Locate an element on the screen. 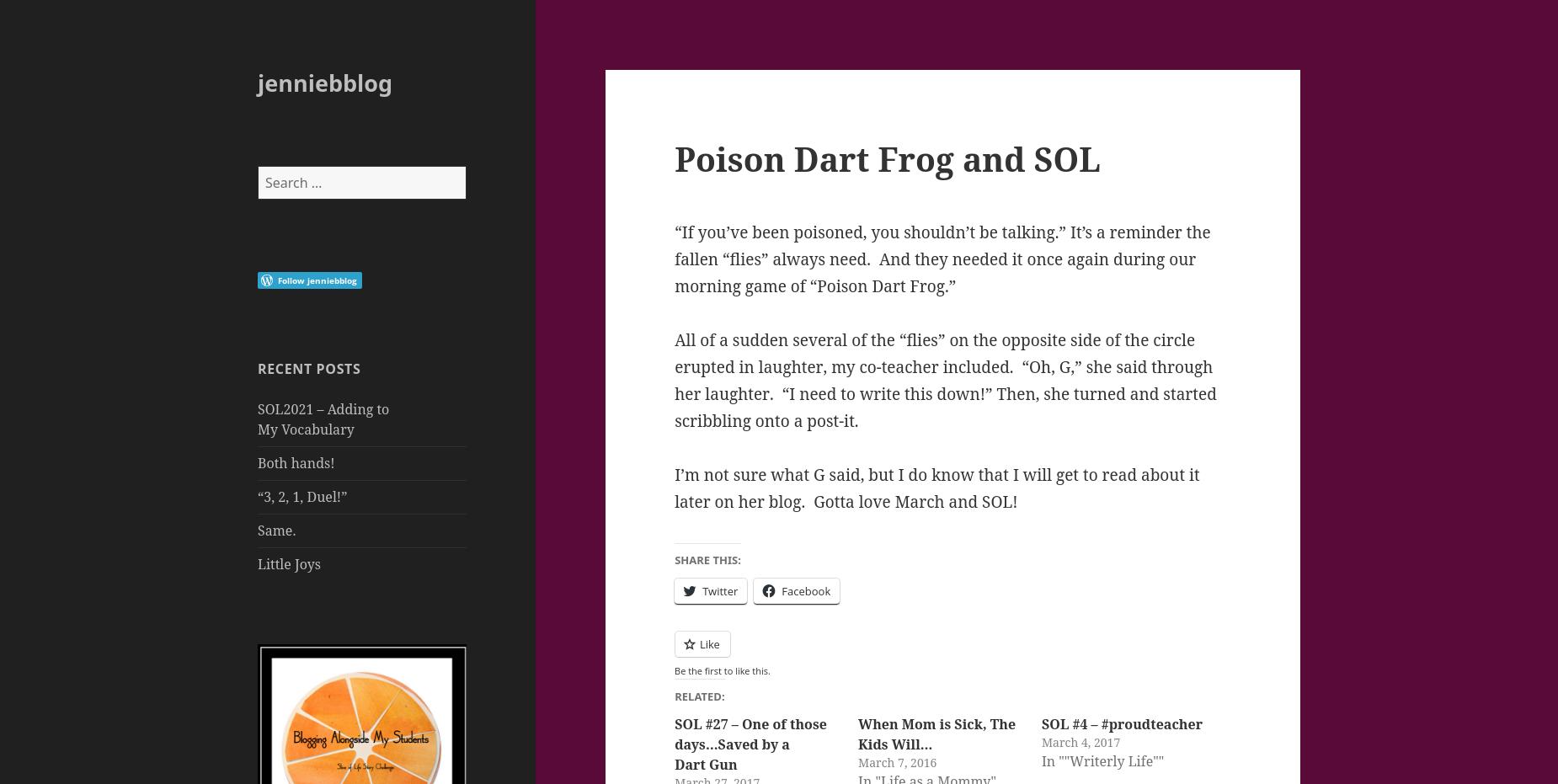 This screenshot has width=1558, height=784. 'Recent Posts' is located at coordinates (256, 368).